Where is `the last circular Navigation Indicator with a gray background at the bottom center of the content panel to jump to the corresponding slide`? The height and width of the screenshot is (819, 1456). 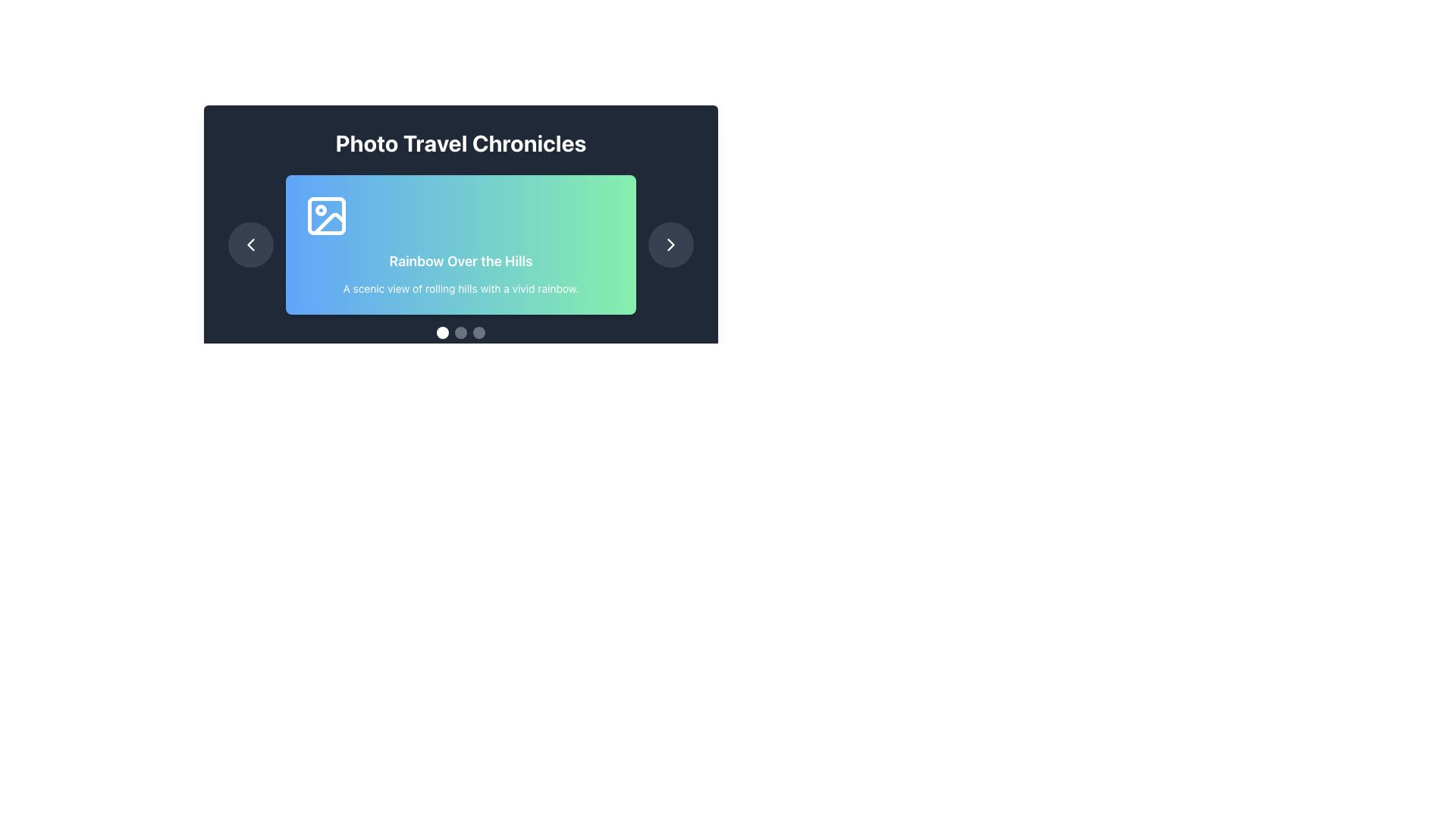
the last circular Navigation Indicator with a gray background at the bottom center of the content panel to jump to the corresponding slide is located at coordinates (479, 332).